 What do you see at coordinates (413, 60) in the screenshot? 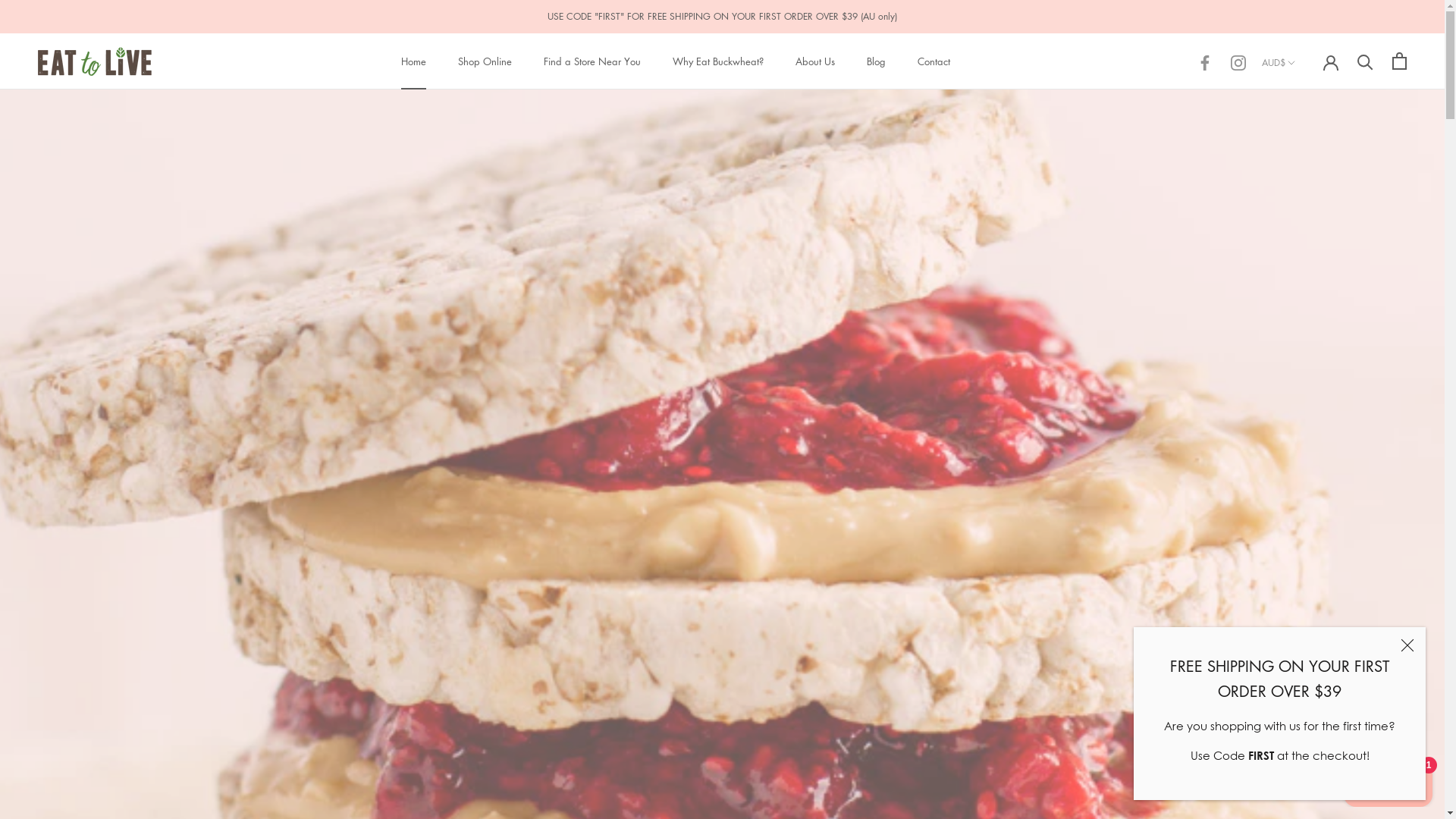
I see `'Home` at bounding box center [413, 60].